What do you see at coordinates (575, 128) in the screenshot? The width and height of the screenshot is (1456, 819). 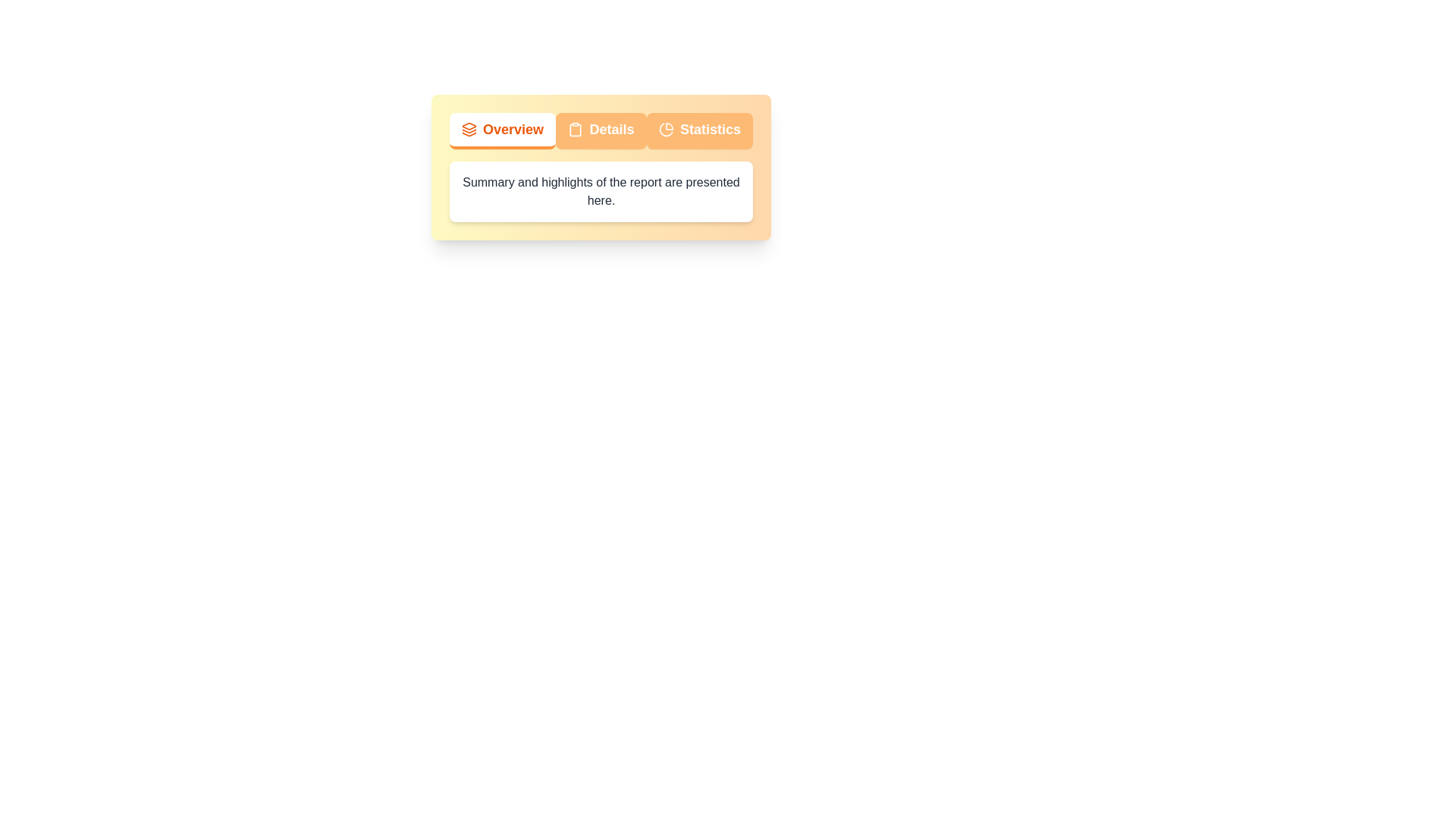 I see `the clipboard icon located to the left of the 'Details' text inside the 'Details' button` at bounding box center [575, 128].